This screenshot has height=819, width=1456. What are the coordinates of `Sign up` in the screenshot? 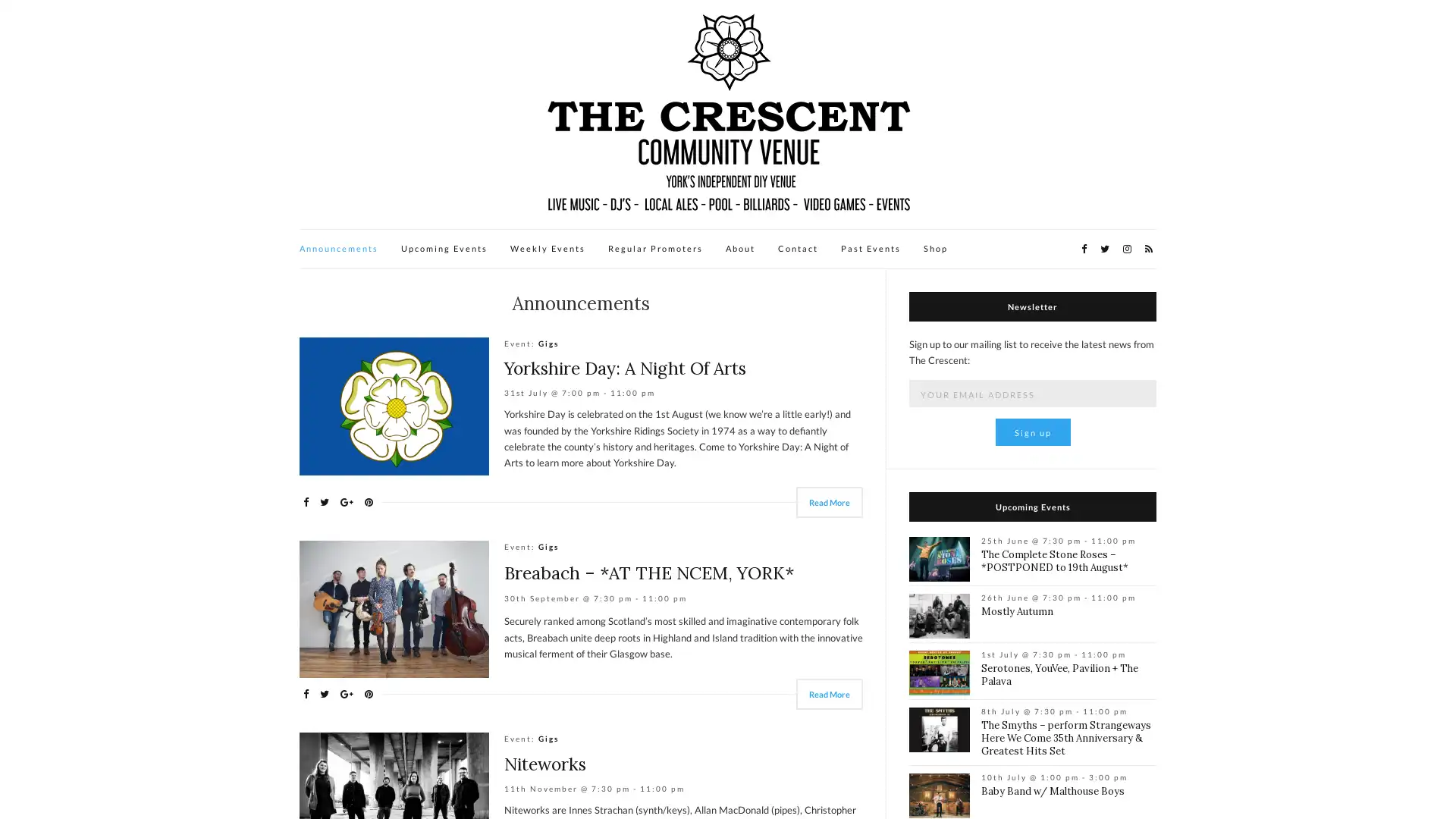 It's located at (1031, 432).